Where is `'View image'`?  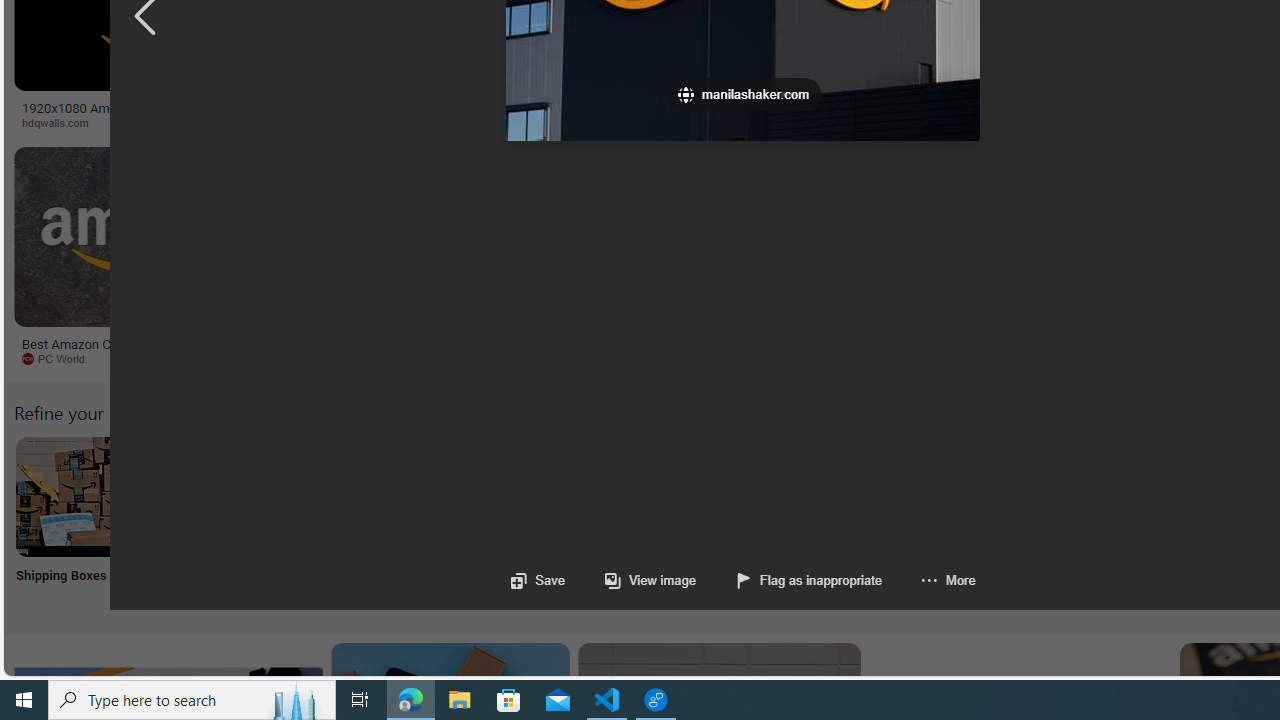 'View image' is located at coordinates (650, 580).